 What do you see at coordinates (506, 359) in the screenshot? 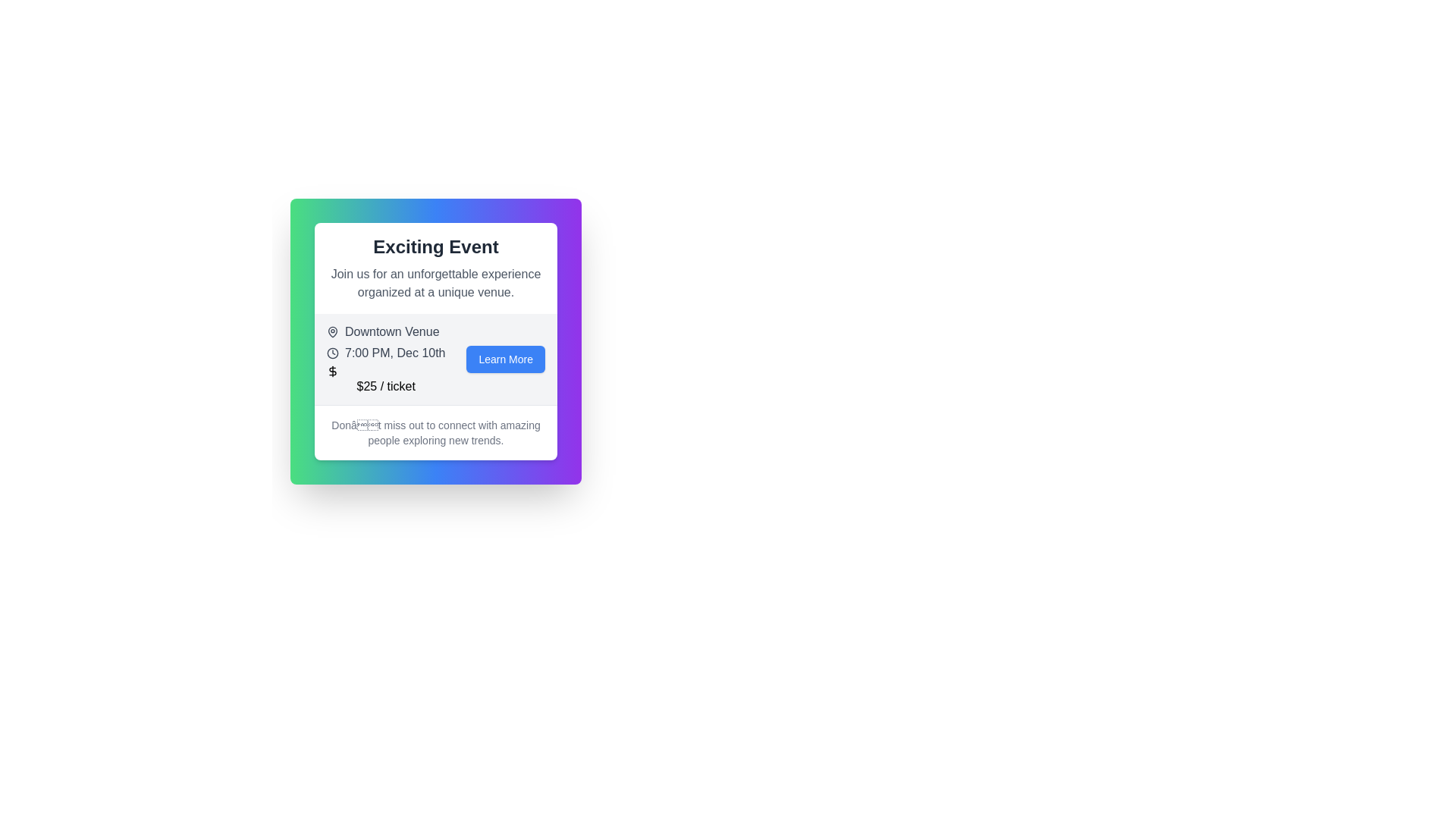
I see `the rounded rectangular button with a blue background and white text reading 'Learn More'` at bounding box center [506, 359].